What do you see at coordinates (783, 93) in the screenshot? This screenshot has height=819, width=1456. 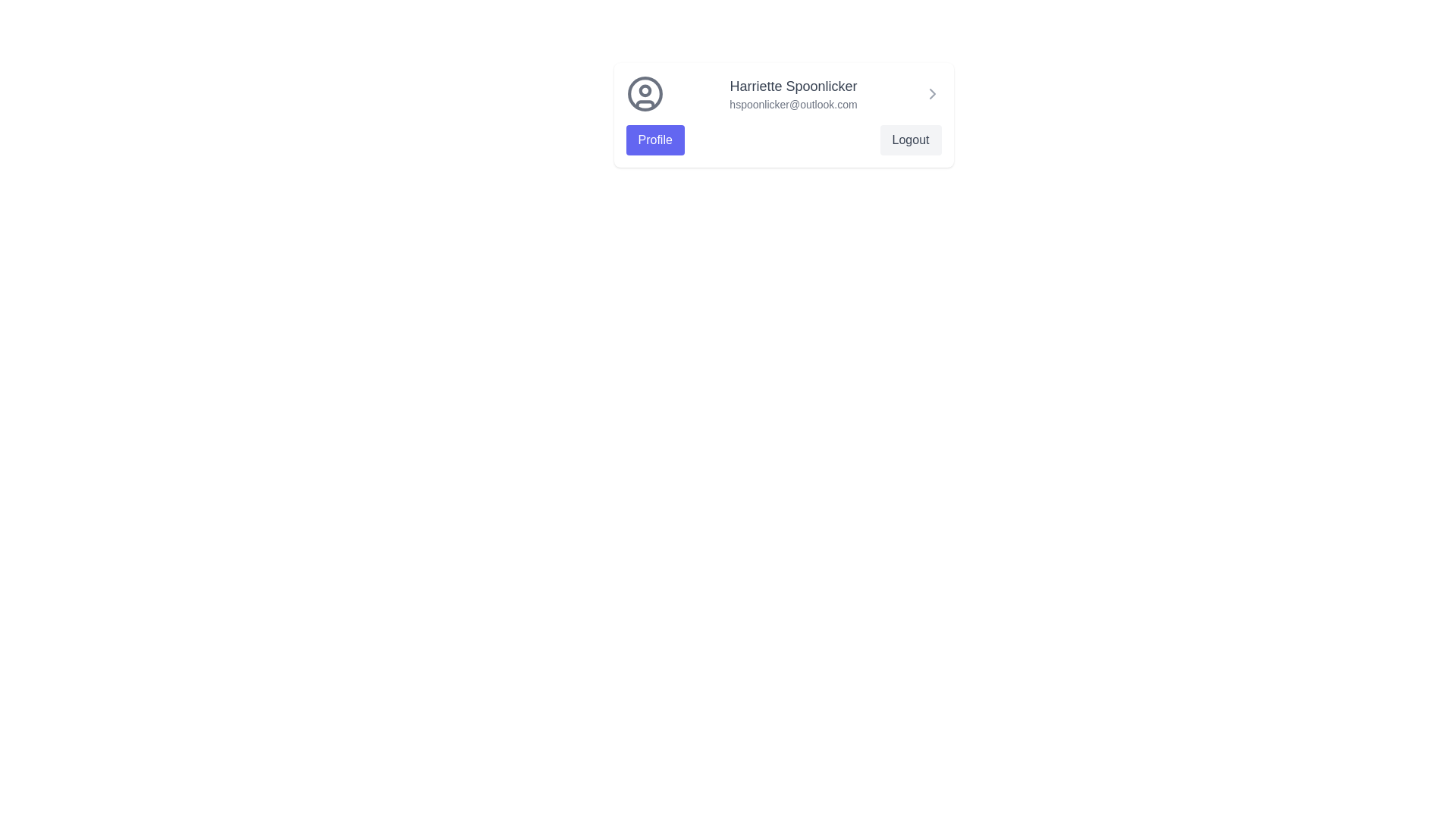 I see `the User Information Display Row element by targeting the name or email address displayed within it` at bounding box center [783, 93].